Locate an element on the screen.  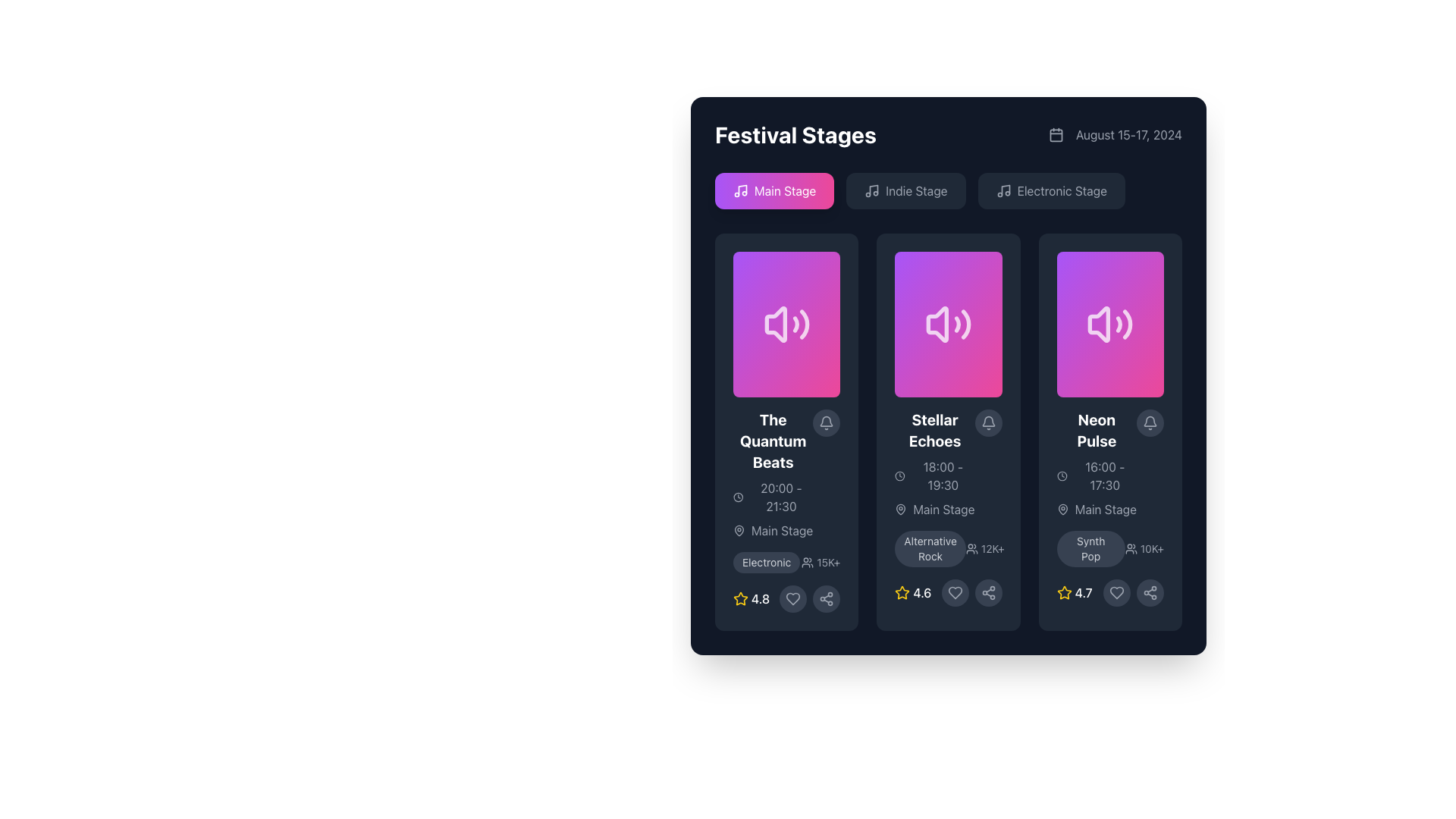
the circular button with a dark gray background and heart icon to activate its hover effect is located at coordinates (1117, 592).